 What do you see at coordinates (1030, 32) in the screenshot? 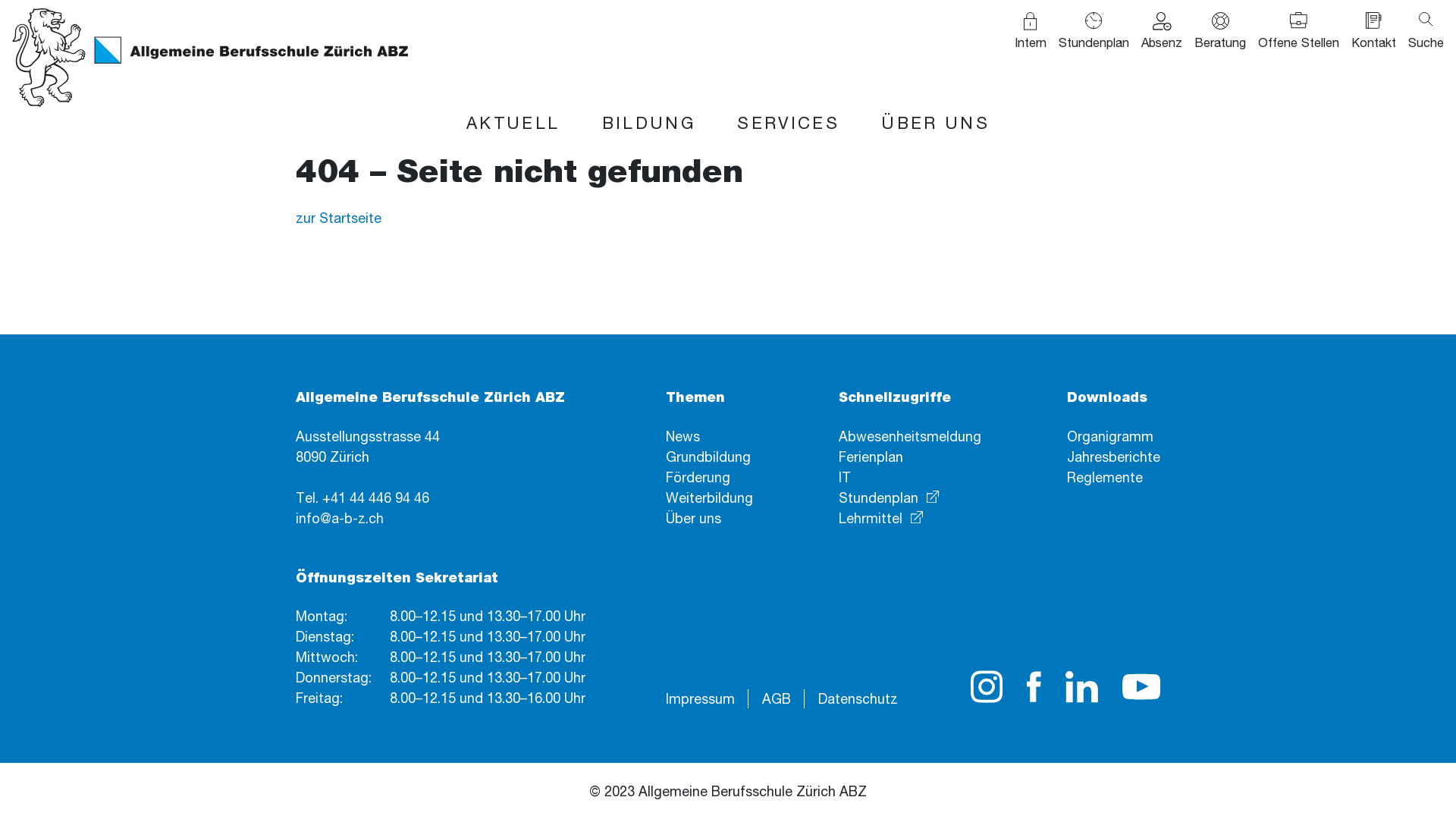
I see `'Intern'` at bounding box center [1030, 32].